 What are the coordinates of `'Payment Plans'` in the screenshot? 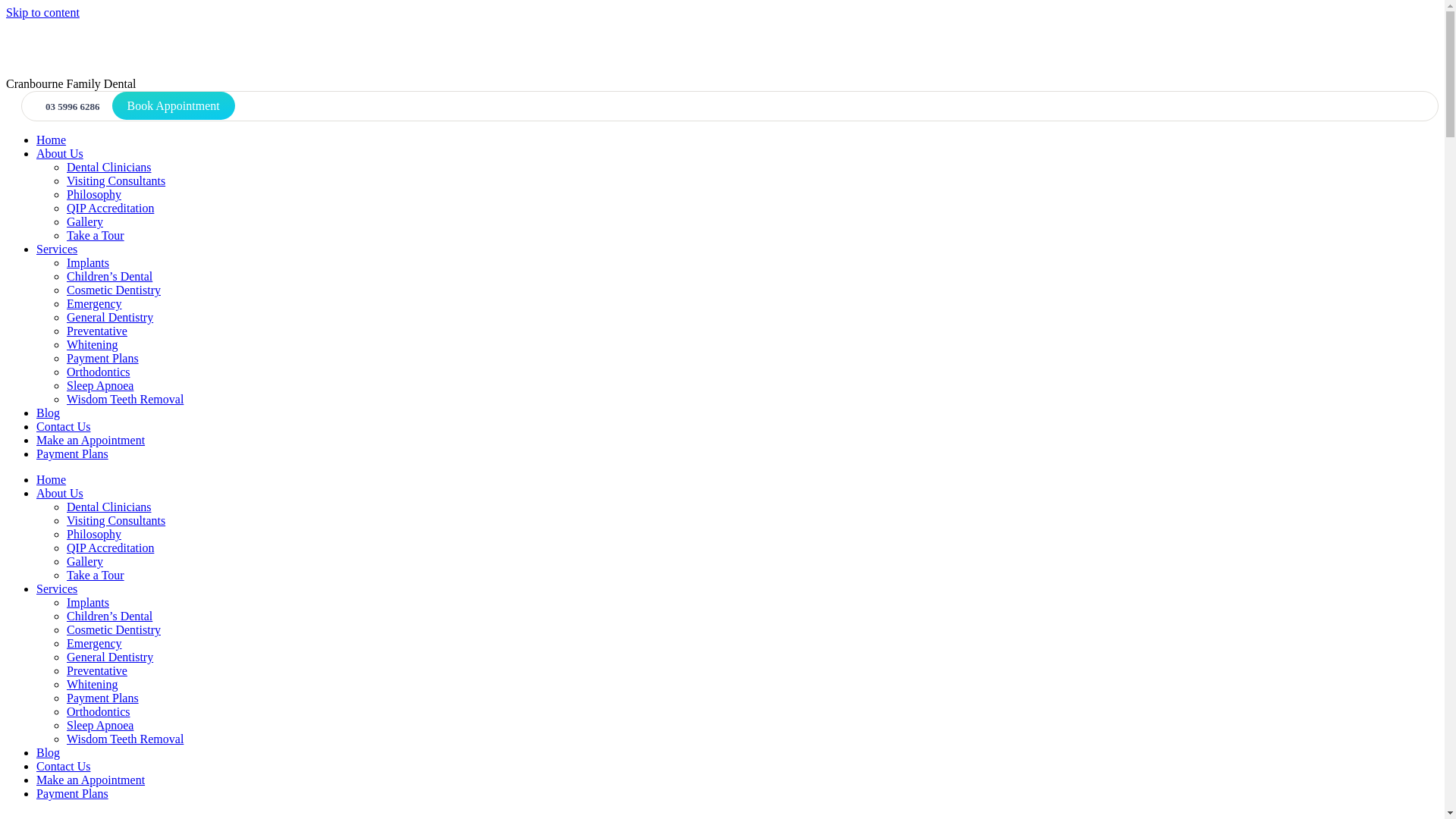 It's located at (71, 453).